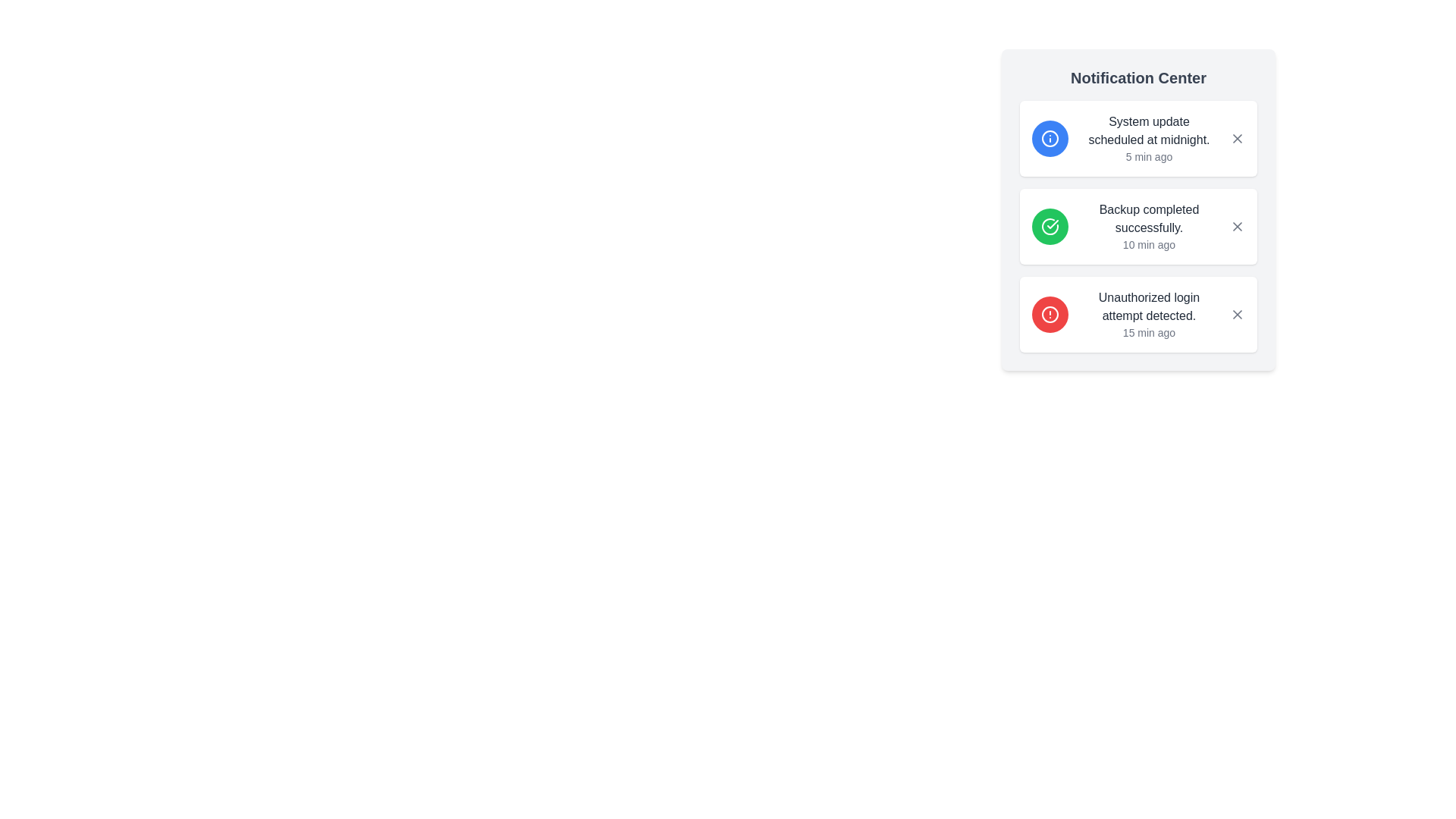 This screenshot has height=819, width=1456. Describe the element at coordinates (1050, 227) in the screenshot. I see `the visual styling of the circular icon featuring a checkmark inside, which is located in the second notification item of the Notification Center panel` at that location.